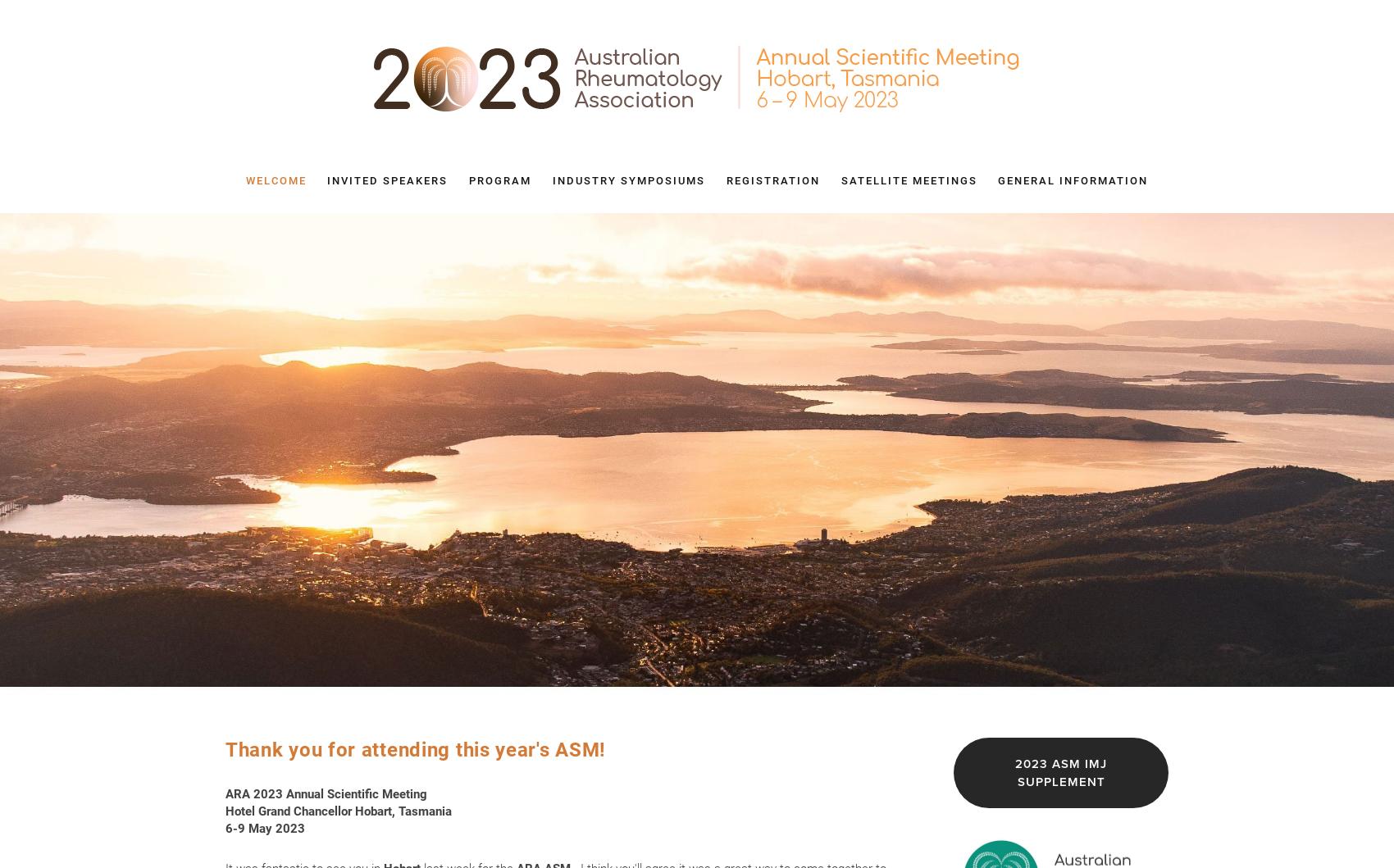 This screenshot has height=868, width=1394. I want to click on 'Thank you for attending this year's ASM!', so click(415, 749).